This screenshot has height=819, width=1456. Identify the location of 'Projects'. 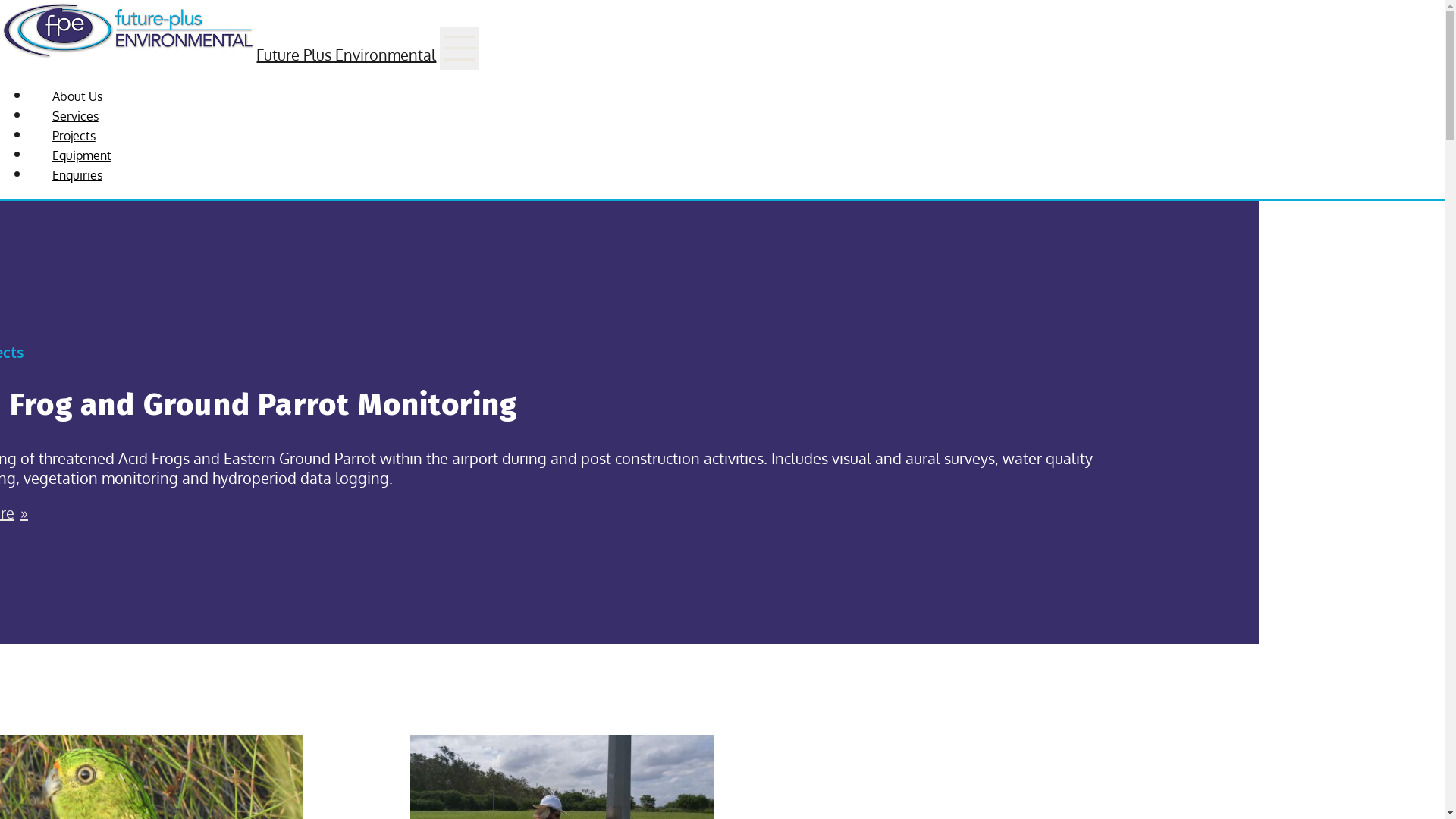
(73, 134).